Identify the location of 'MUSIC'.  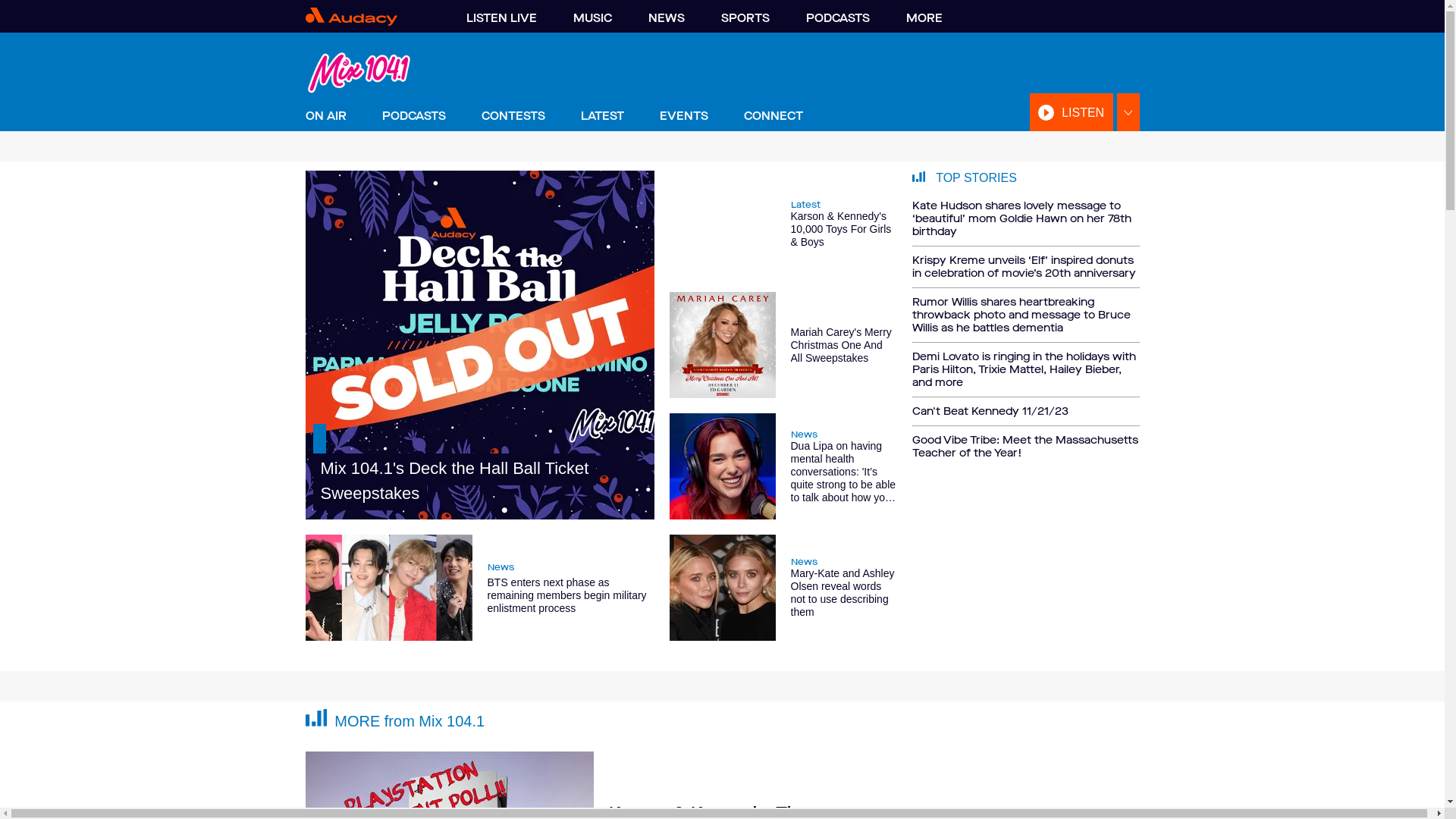
(591, 17).